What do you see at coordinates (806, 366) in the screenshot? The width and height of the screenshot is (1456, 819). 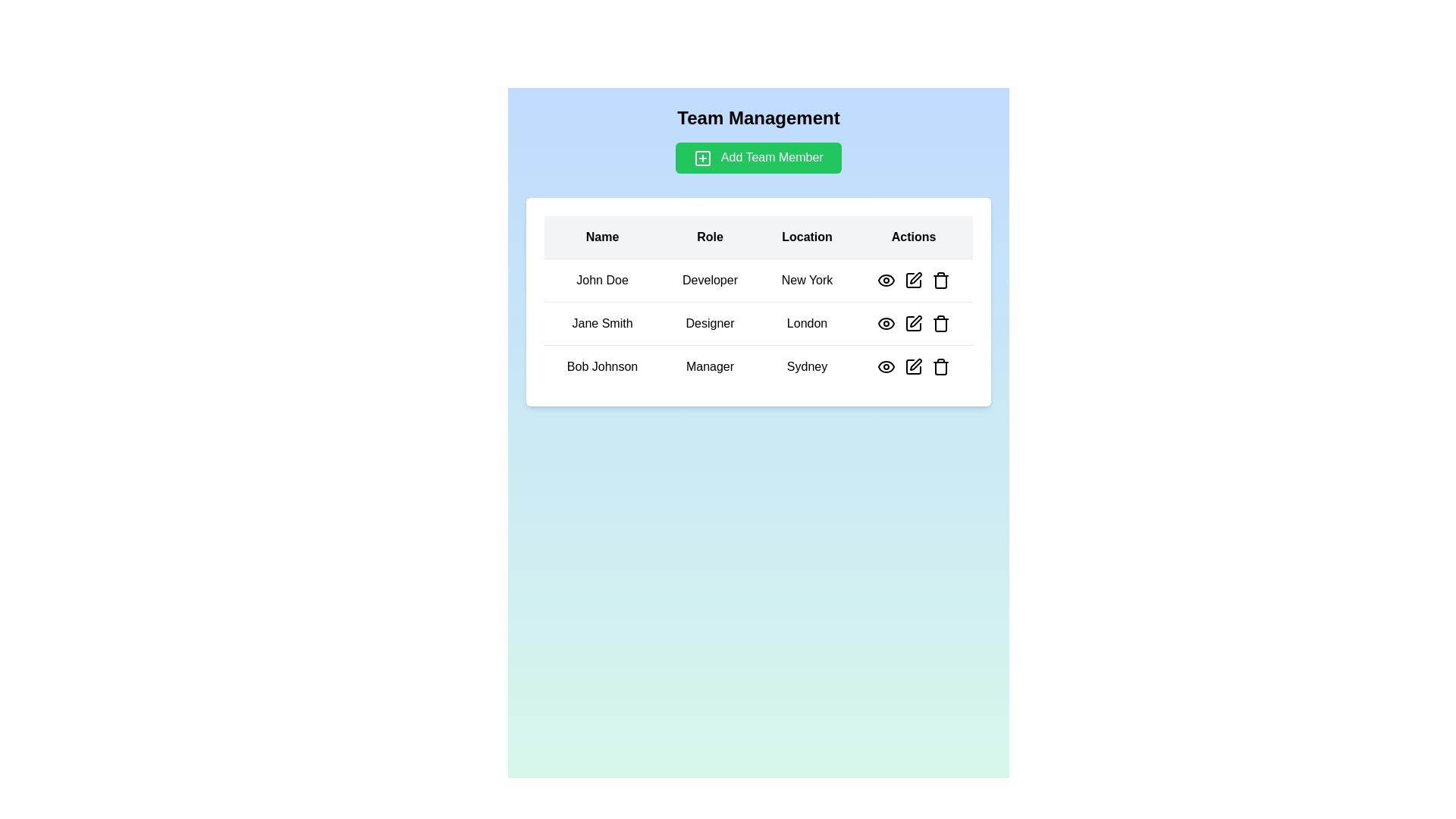 I see `the text label 'Sydney' located in the 'Location' column of the table, which is under the row labeled 'Bob Johnson, Manager'` at bounding box center [806, 366].